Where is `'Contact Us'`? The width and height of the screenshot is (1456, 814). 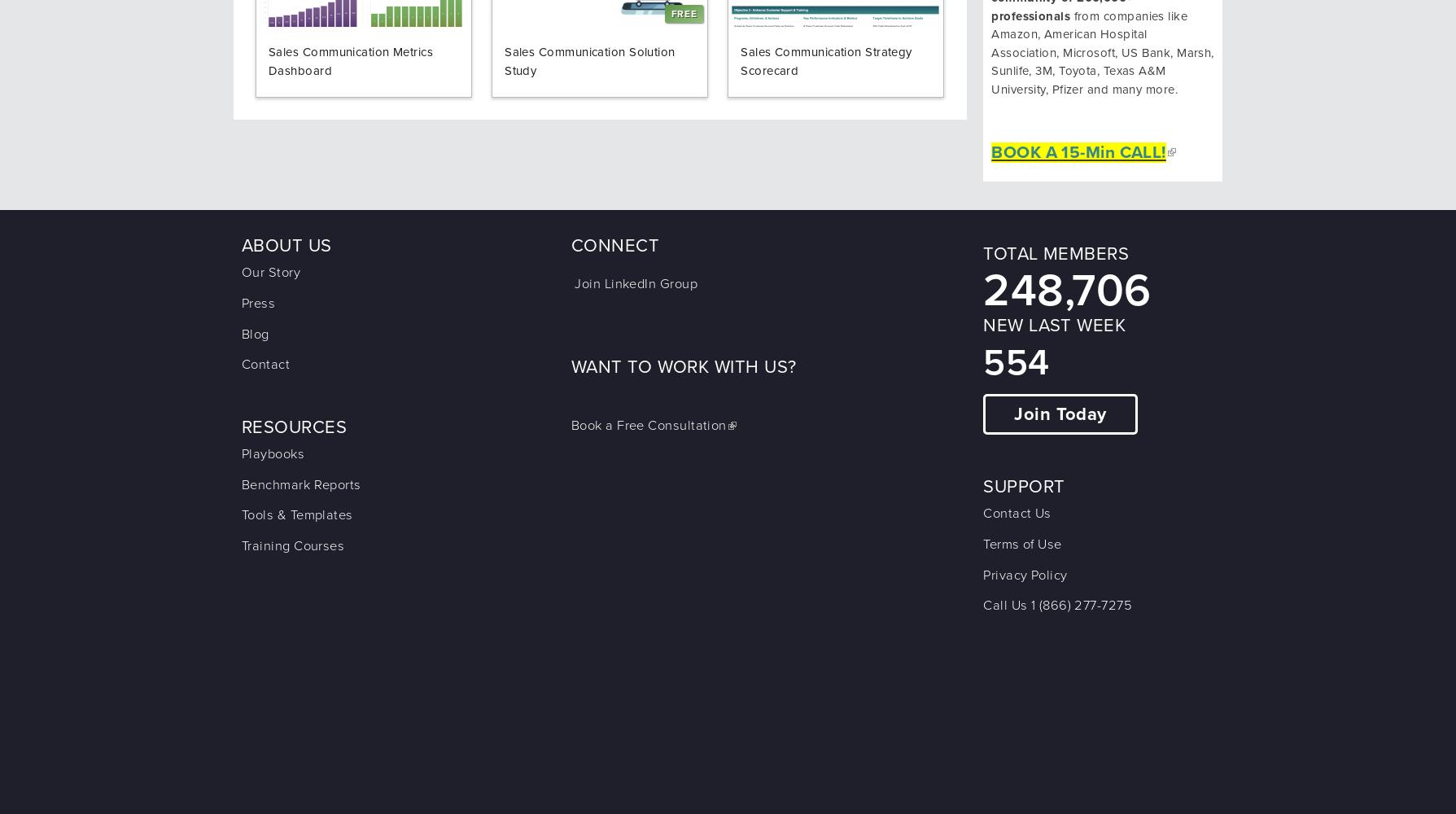
'Contact Us' is located at coordinates (1017, 514).